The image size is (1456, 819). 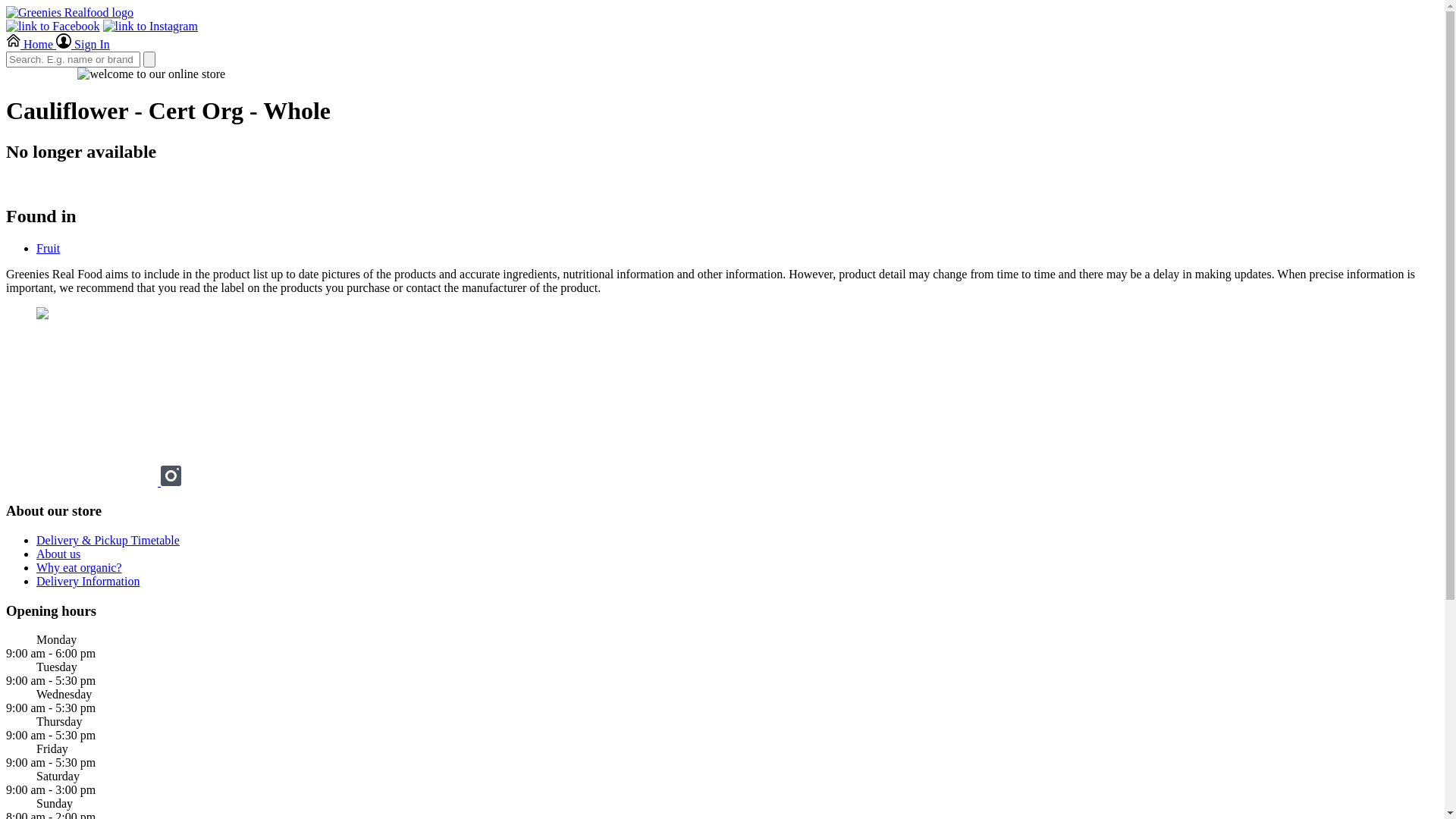 What do you see at coordinates (83, 482) in the screenshot?
I see `'Facebook'` at bounding box center [83, 482].